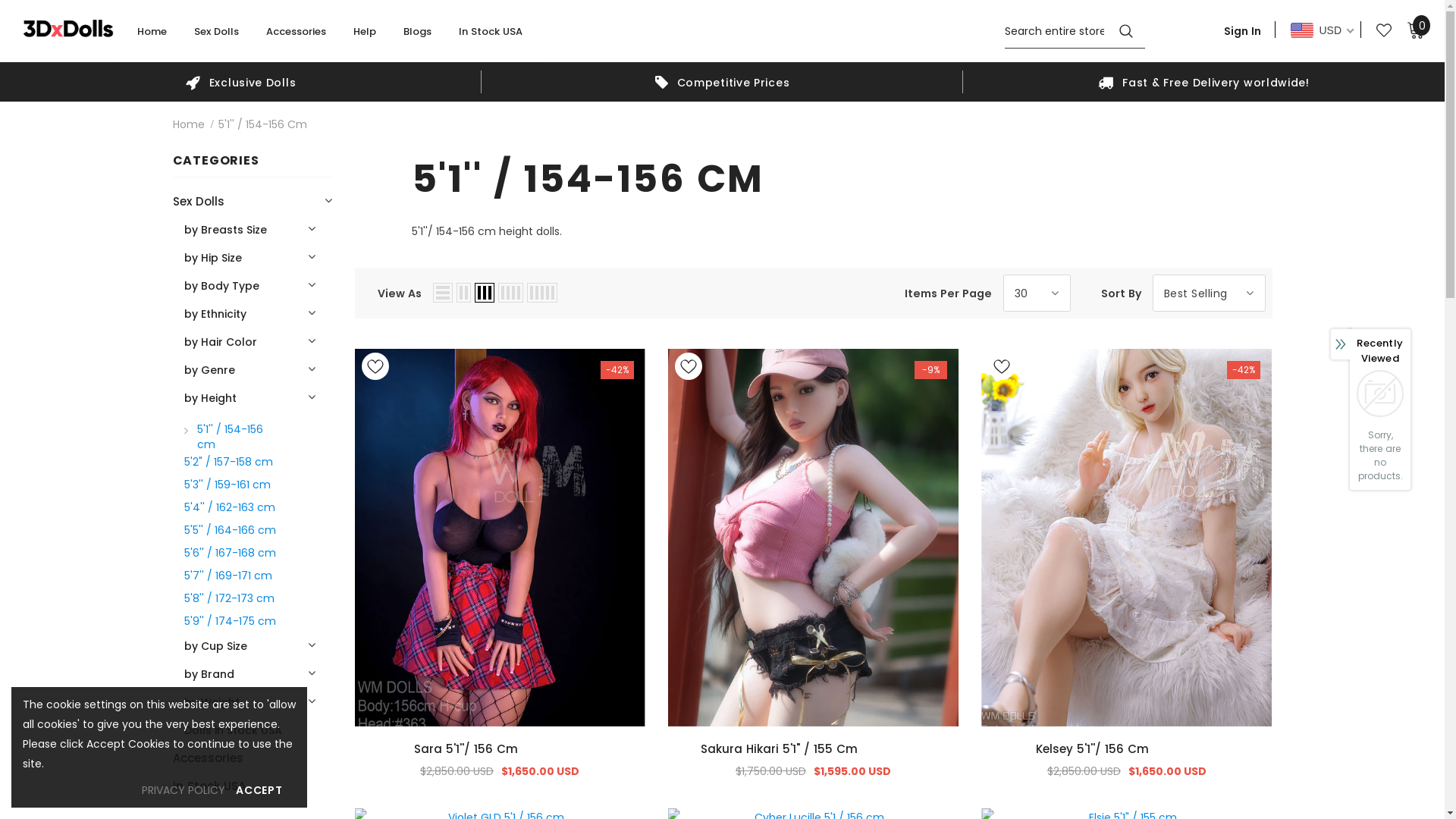 The image size is (1456, 819). Describe the element at coordinates (240, 82) in the screenshot. I see `'Exclusive Dolls'` at that location.